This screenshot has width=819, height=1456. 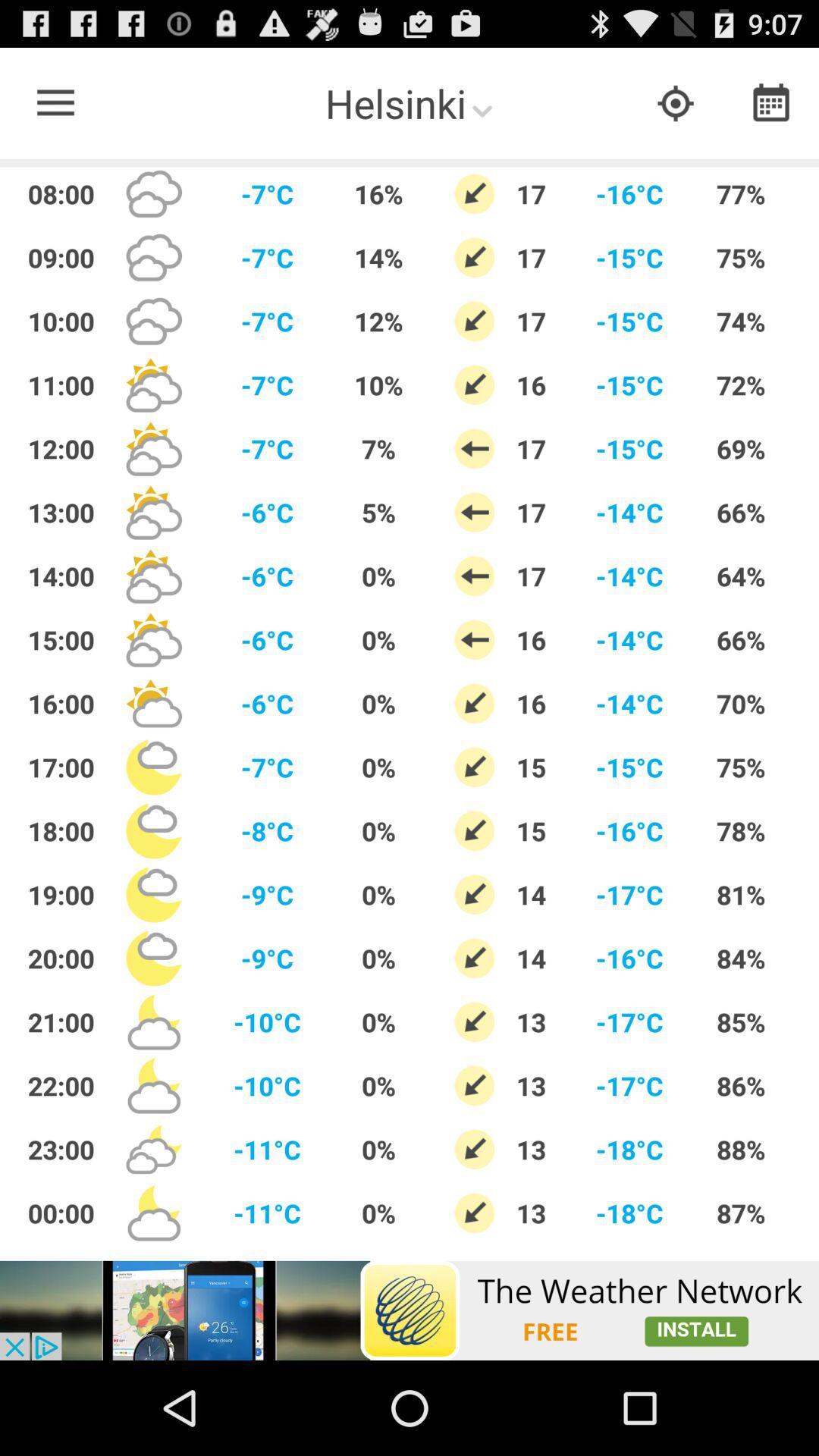 What do you see at coordinates (409, 1310) in the screenshot?
I see `another app` at bounding box center [409, 1310].